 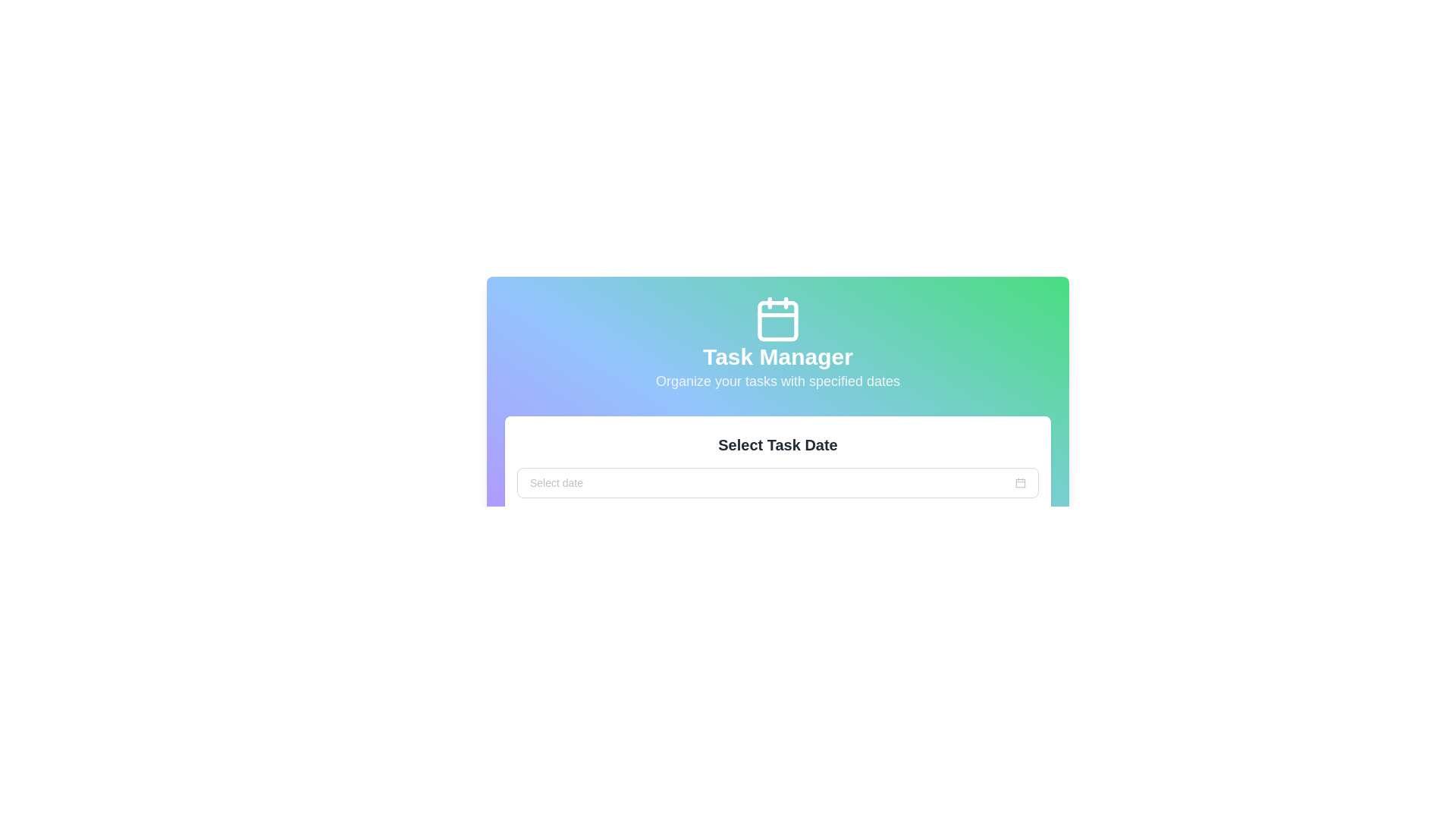 What do you see at coordinates (1020, 482) in the screenshot?
I see `the calendar icon located at the far-right side of the 'Select date' input field` at bounding box center [1020, 482].